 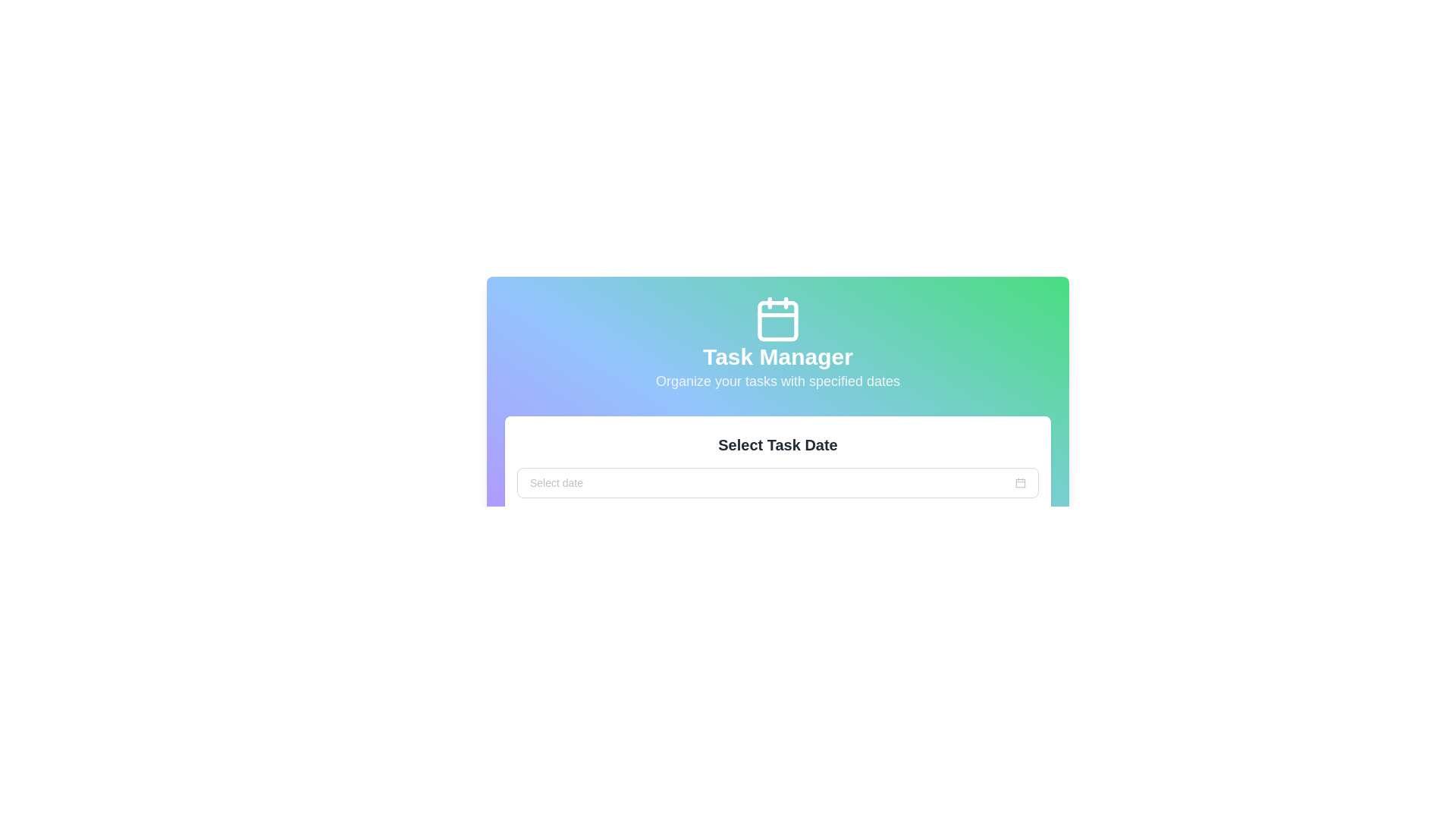 What do you see at coordinates (1020, 482) in the screenshot?
I see `the calendar icon located at the far-right side of the 'Select date' input field` at bounding box center [1020, 482].